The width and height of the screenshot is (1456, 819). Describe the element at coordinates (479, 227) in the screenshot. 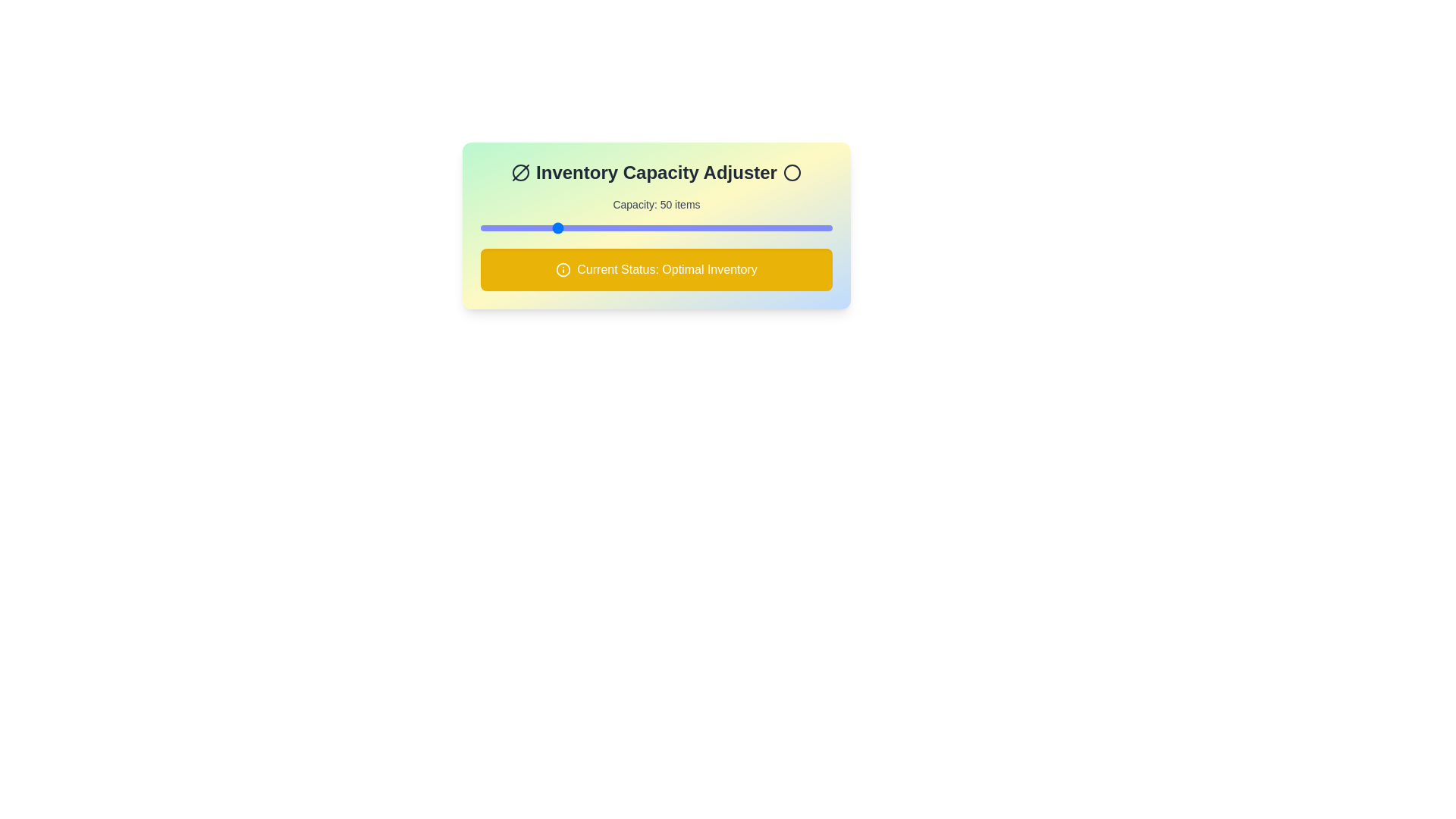

I see `the inventory capacity slider to 10 items` at that location.